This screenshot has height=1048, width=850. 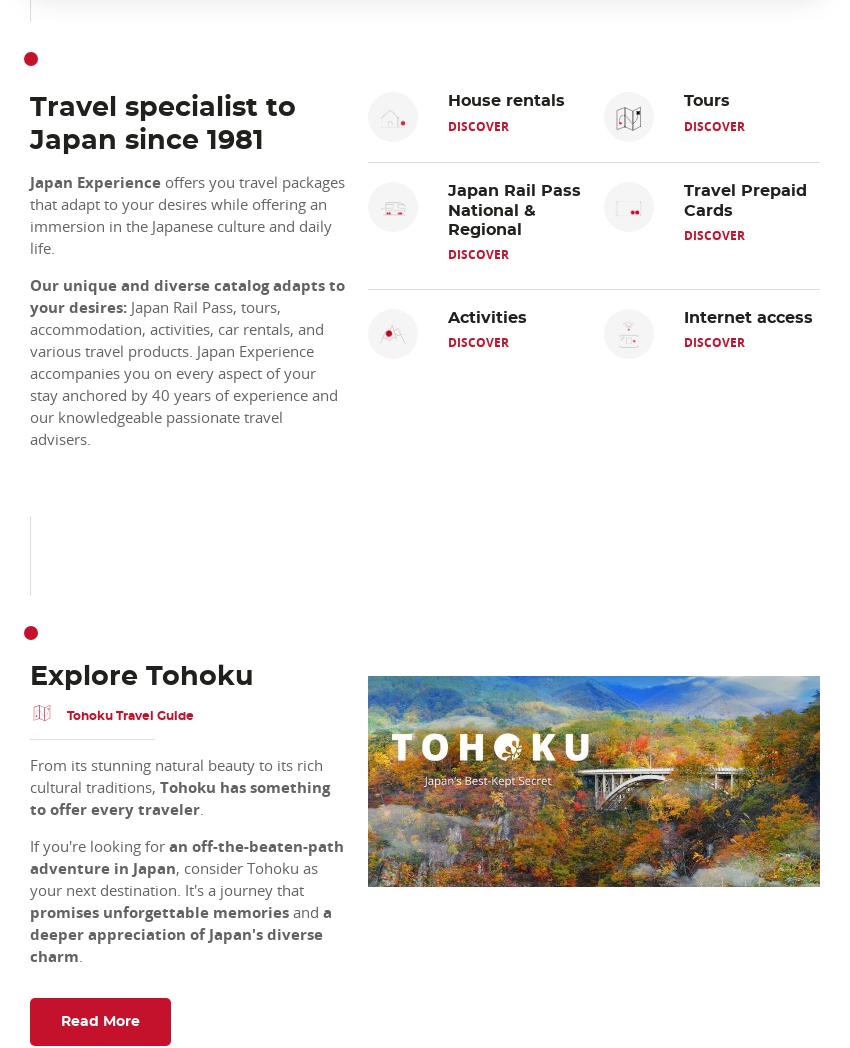 What do you see at coordinates (29, 856) in the screenshot?
I see `'an off-the-beaten-path adventure in Japan'` at bounding box center [29, 856].